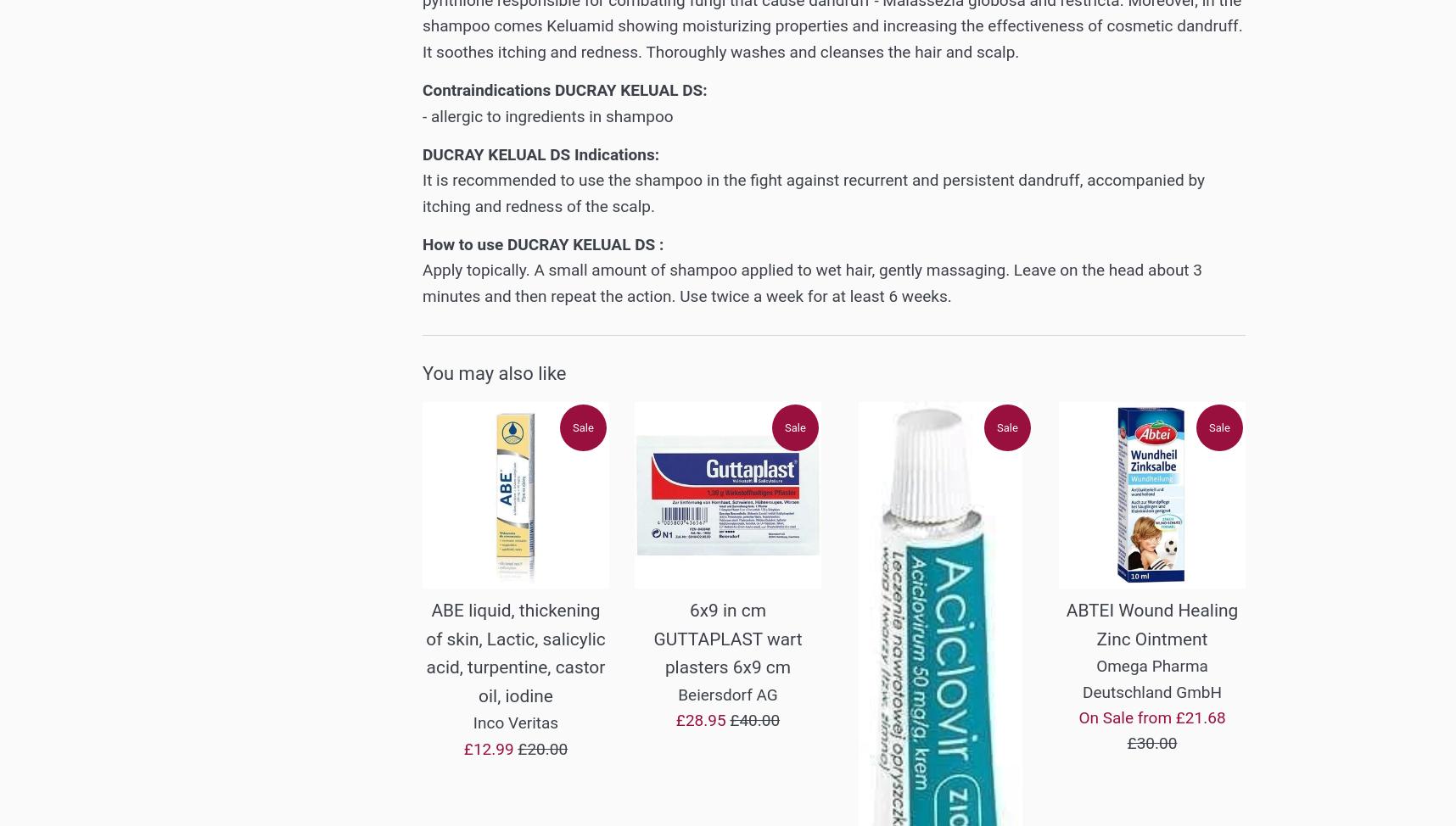  Describe the element at coordinates (1151, 678) in the screenshot. I see `'Omega Pharma Deutschland GmbH'` at that location.